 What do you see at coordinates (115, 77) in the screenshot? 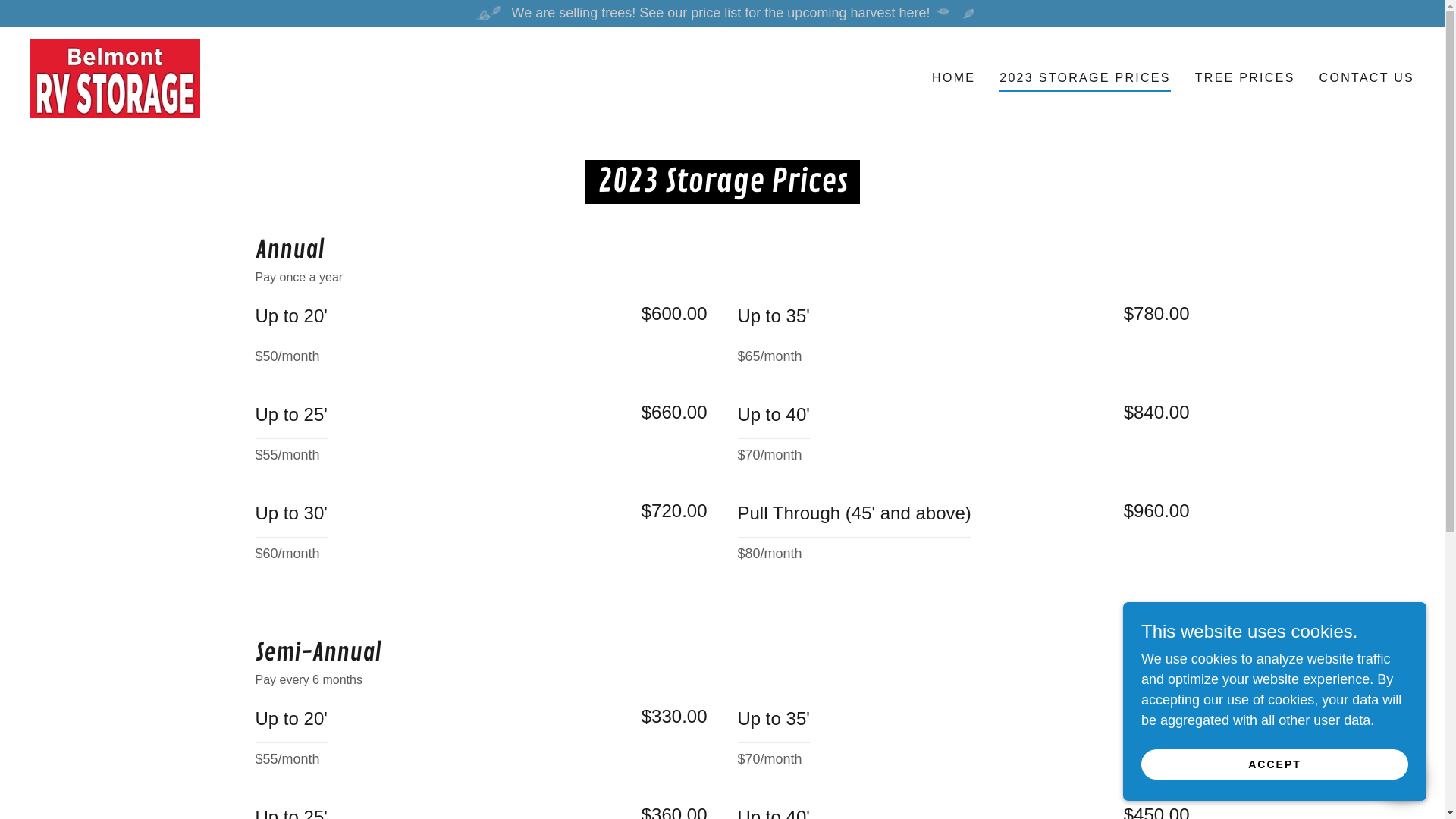
I see `'Belmont RV Storage'` at bounding box center [115, 77].